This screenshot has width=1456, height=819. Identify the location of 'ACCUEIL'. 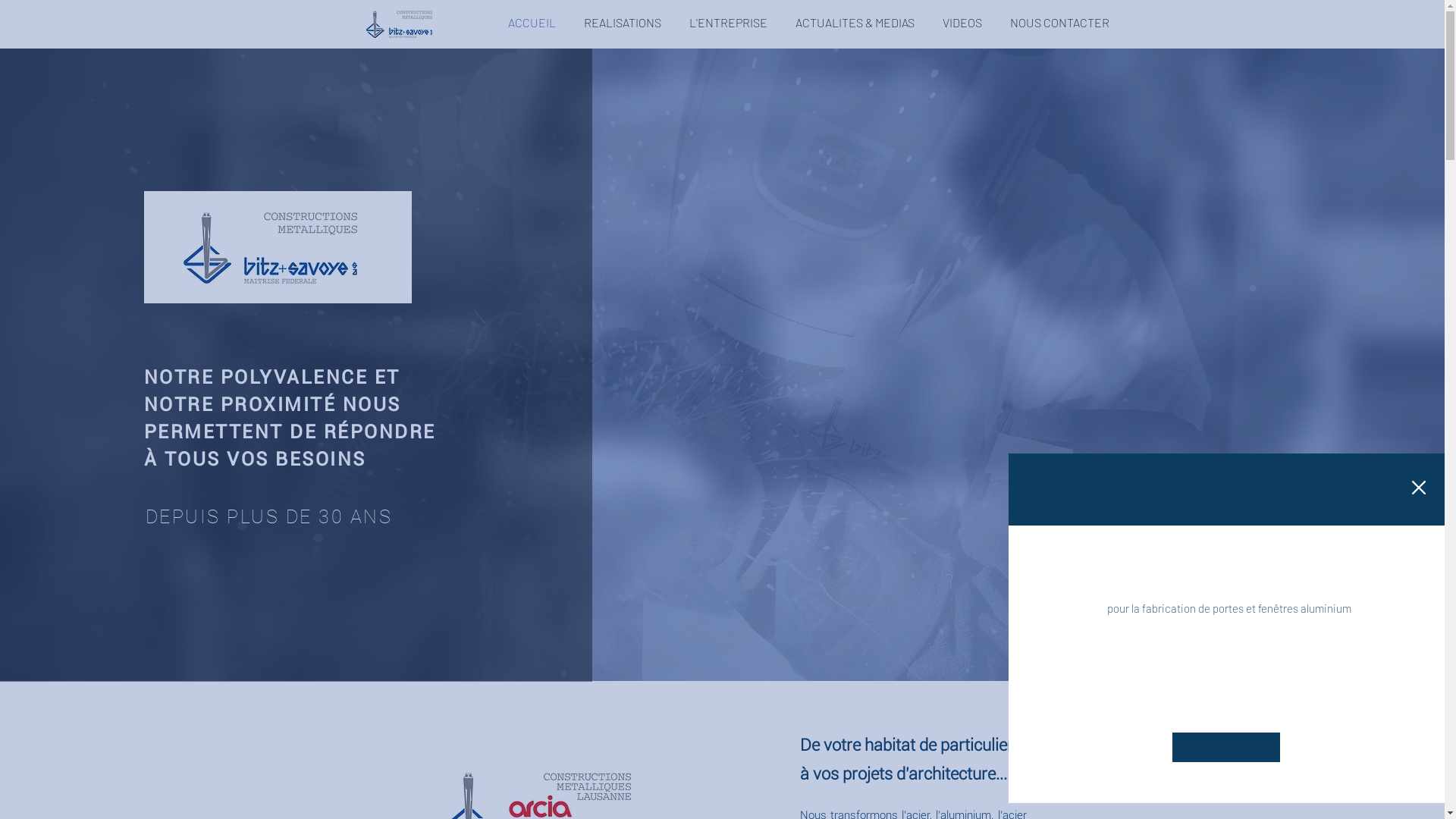
(494, 23).